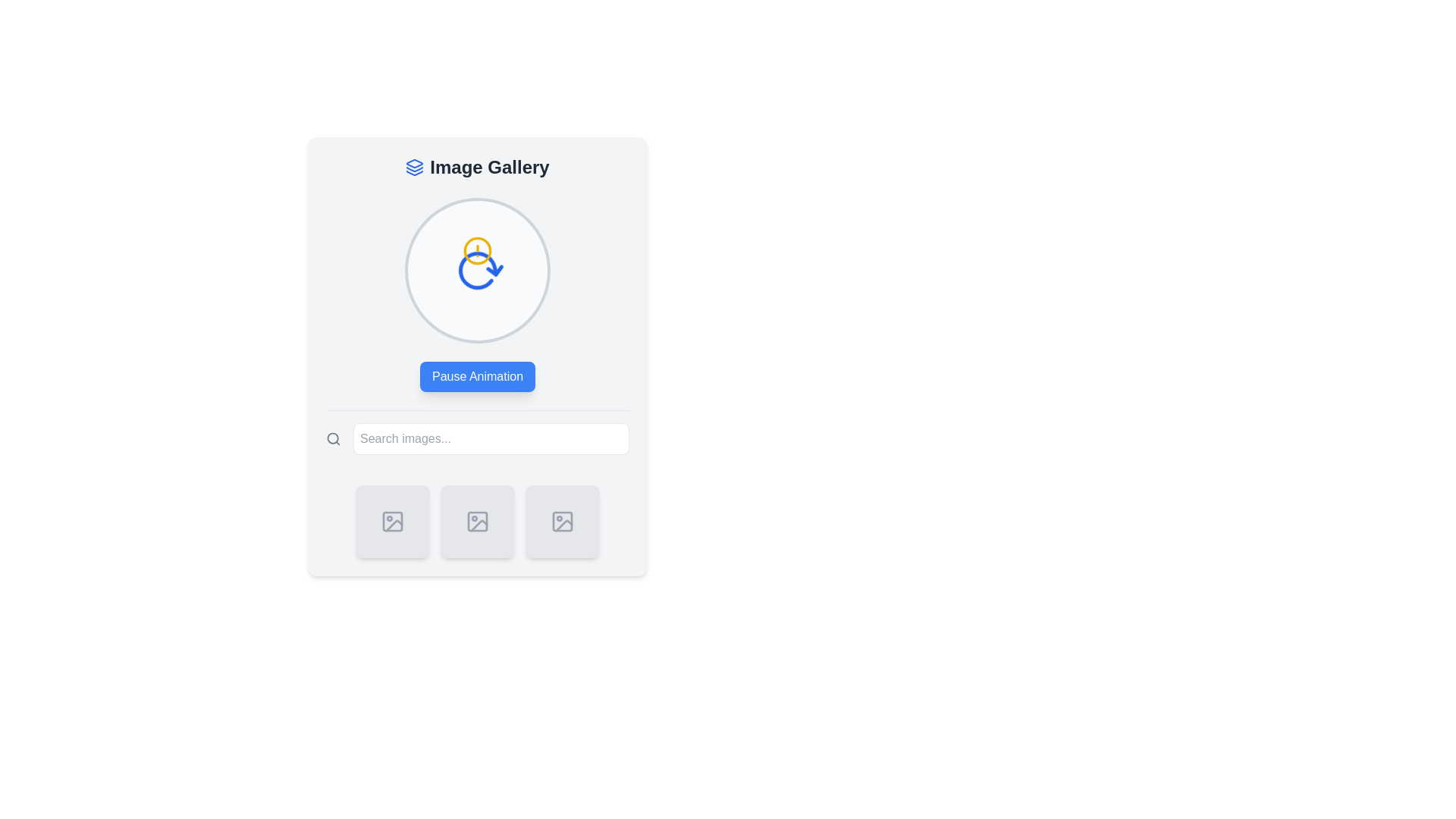  Describe the element at coordinates (476, 167) in the screenshot. I see `the header section of the 'Image Gallery' which includes an identifying icon and text` at that location.